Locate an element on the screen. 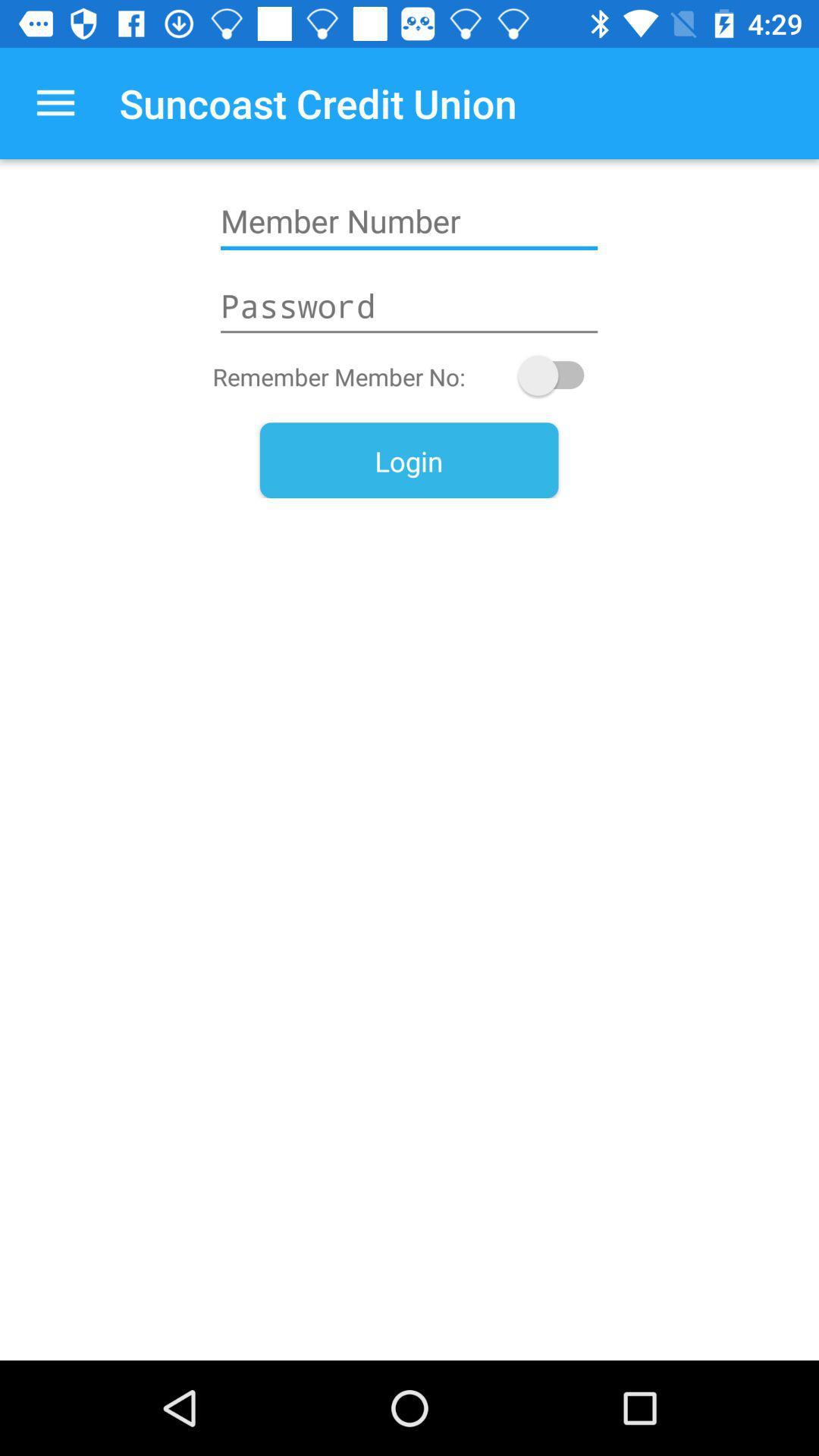 This screenshot has height=1456, width=819. remember member number toggle is located at coordinates (558, 375).